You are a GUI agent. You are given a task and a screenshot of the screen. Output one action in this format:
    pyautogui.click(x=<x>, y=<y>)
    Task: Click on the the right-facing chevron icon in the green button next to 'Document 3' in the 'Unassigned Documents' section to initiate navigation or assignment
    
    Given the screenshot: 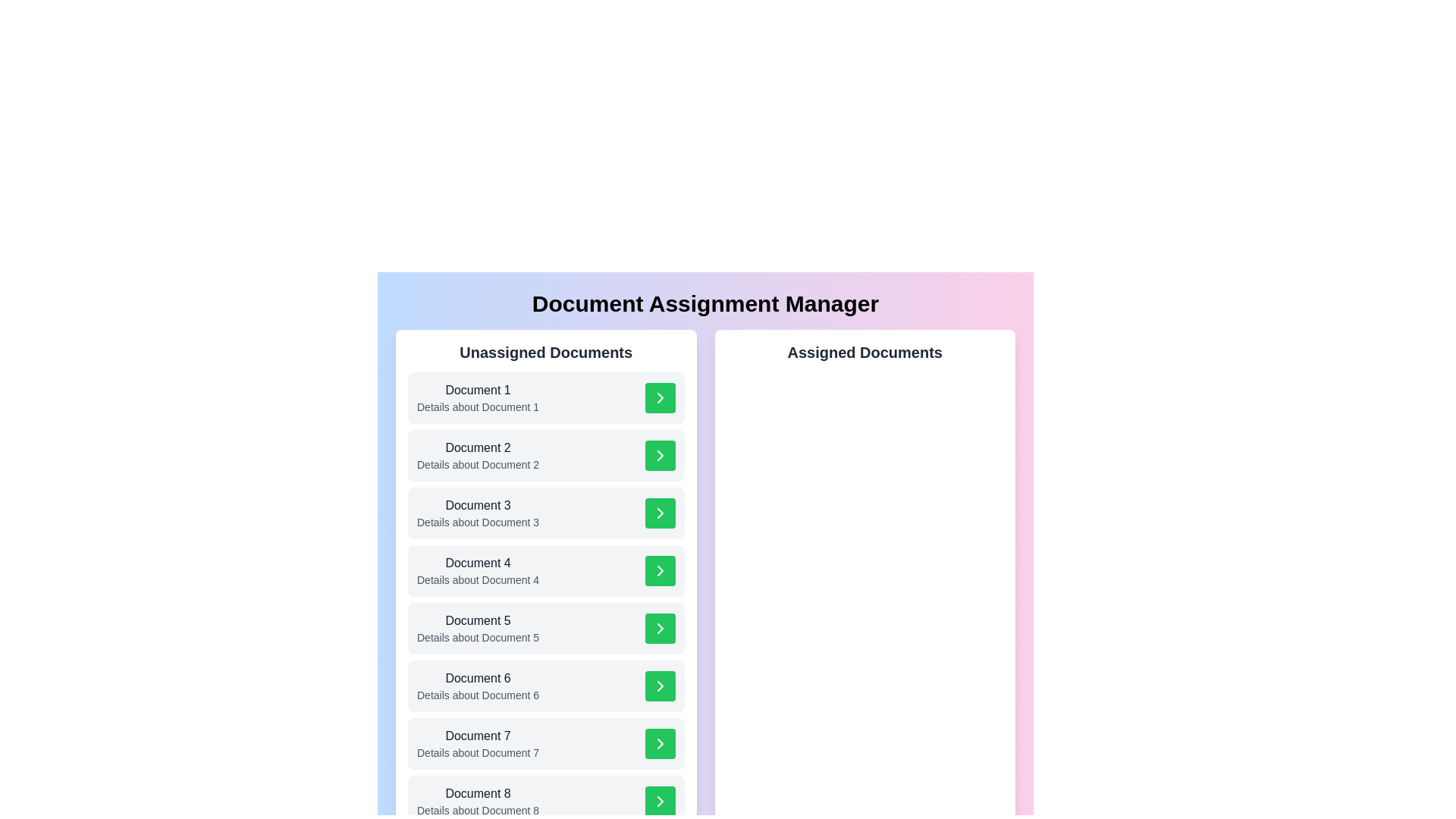 What is the action you would take?
    pyautogui.click(x=660, y=513)
    